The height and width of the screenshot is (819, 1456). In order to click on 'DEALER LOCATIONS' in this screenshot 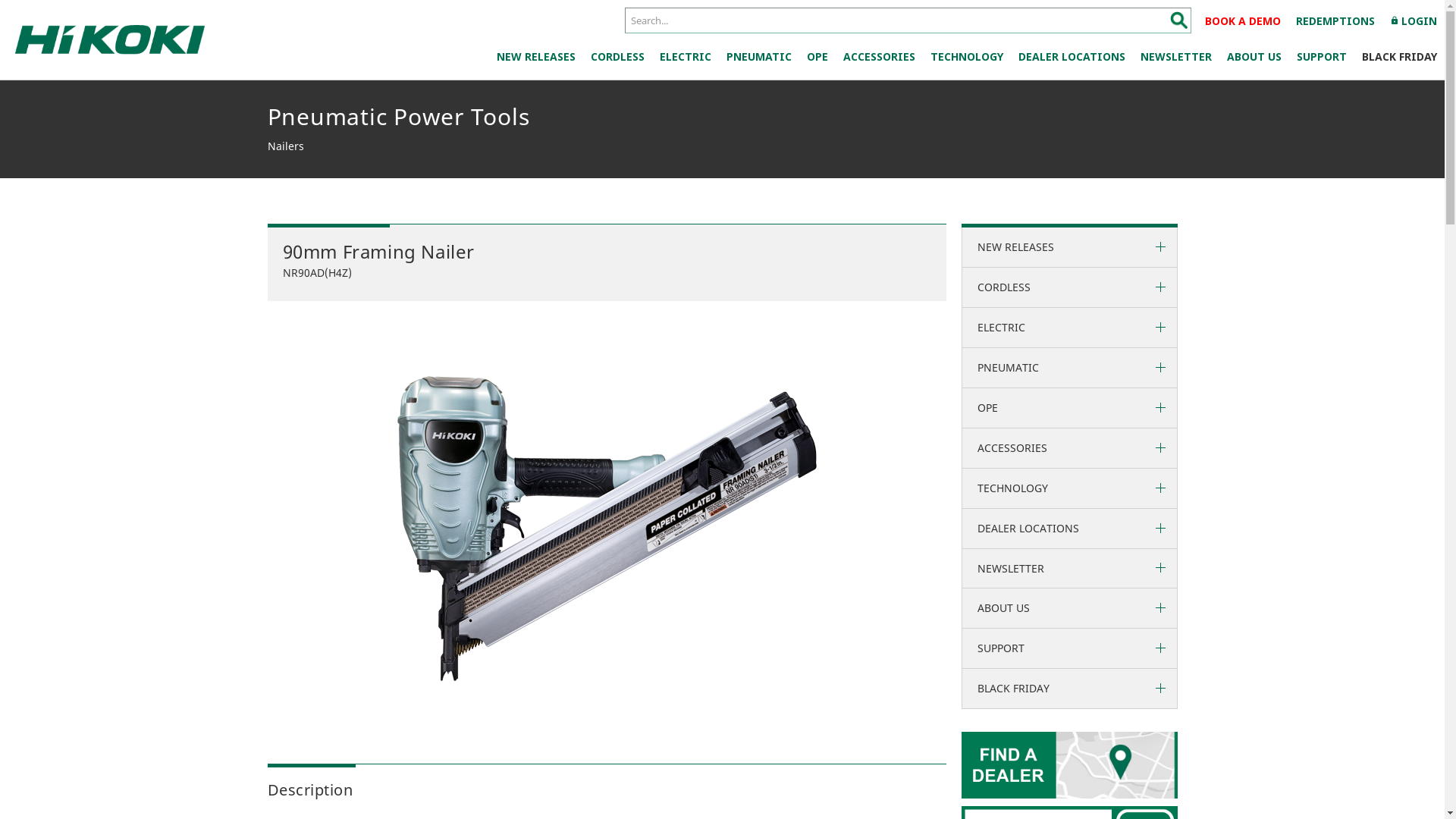, I will do `click(1068, 528)`.